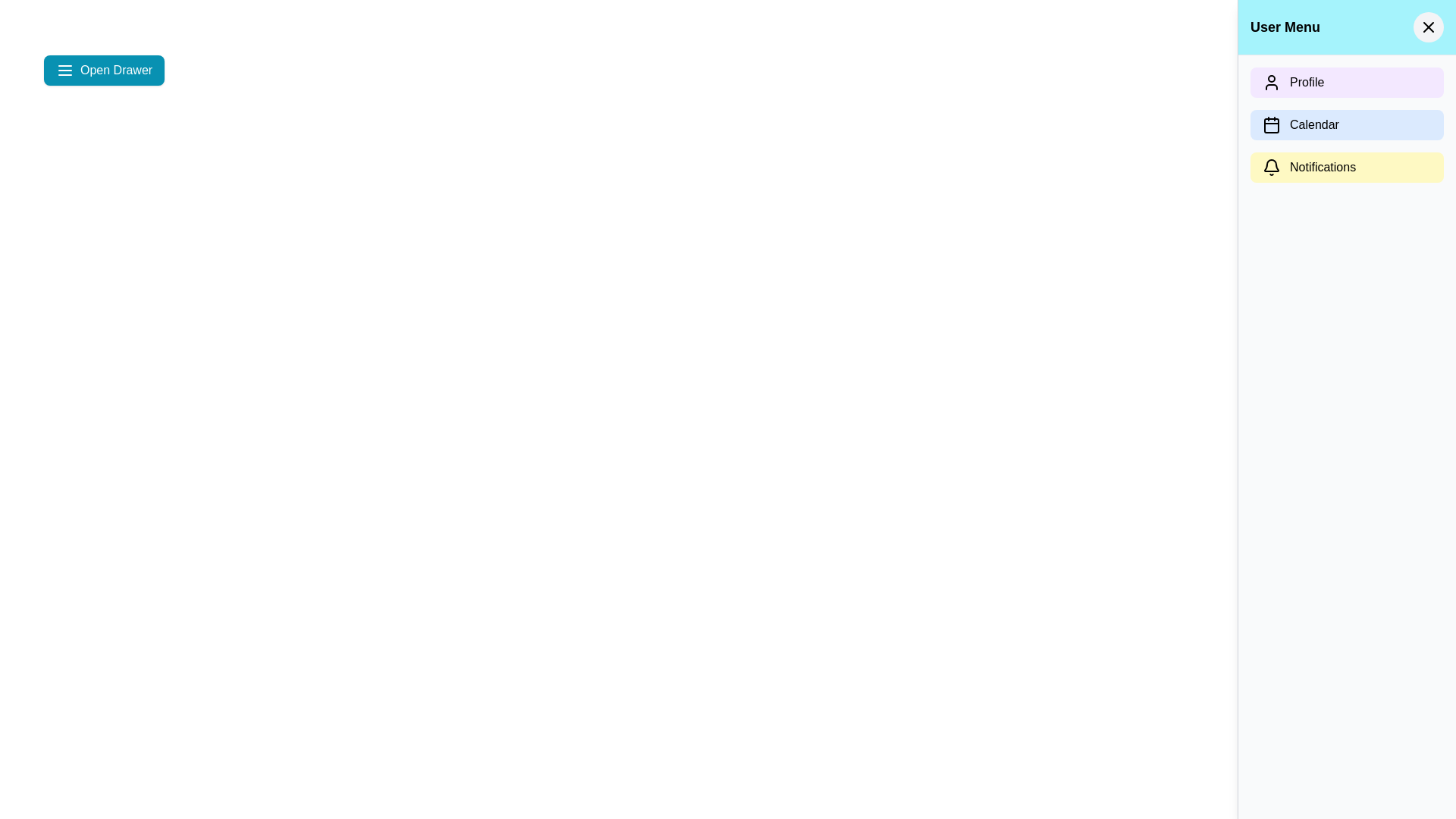  Describe the element at coordinates (103, 70) in the screenshot. I see `'Open Drawer' button to toggle the drawer's visibility` at that location.